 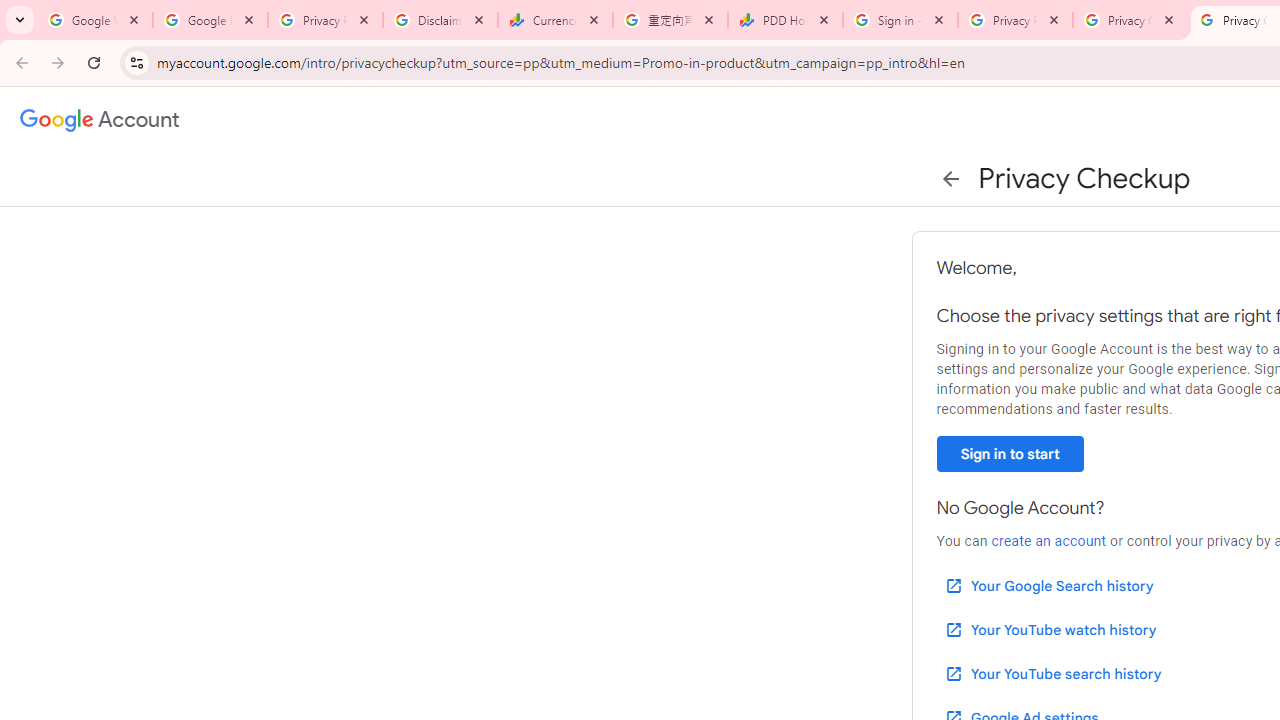 What do you see at coordinates (1130, 20) in the screenshot?
I see `'Privacy Checkup'` at bounding box center [1130, 20].